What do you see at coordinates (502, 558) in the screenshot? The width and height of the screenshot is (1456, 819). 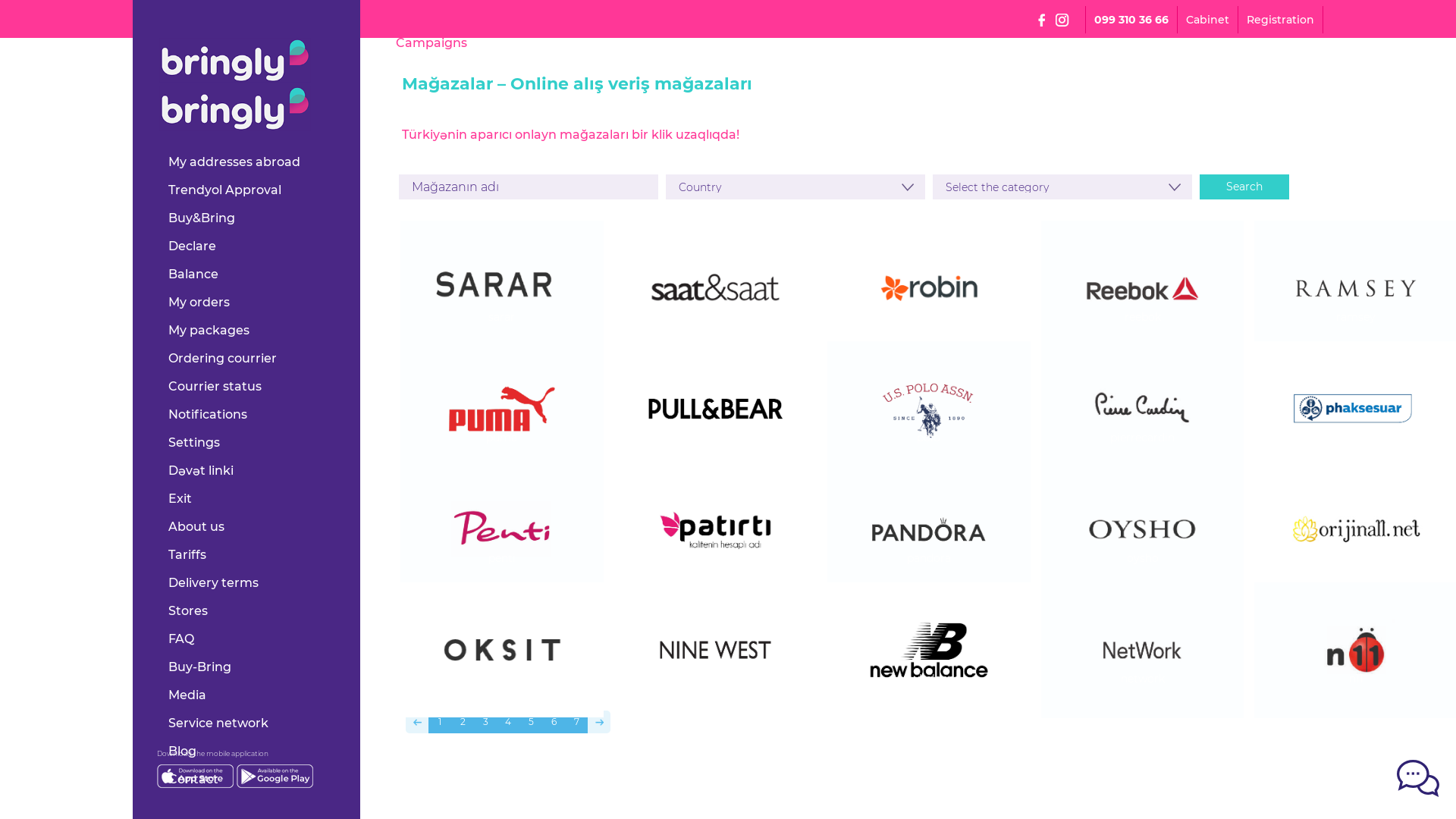 I see `'penti'` at bounding box center [502, 558].